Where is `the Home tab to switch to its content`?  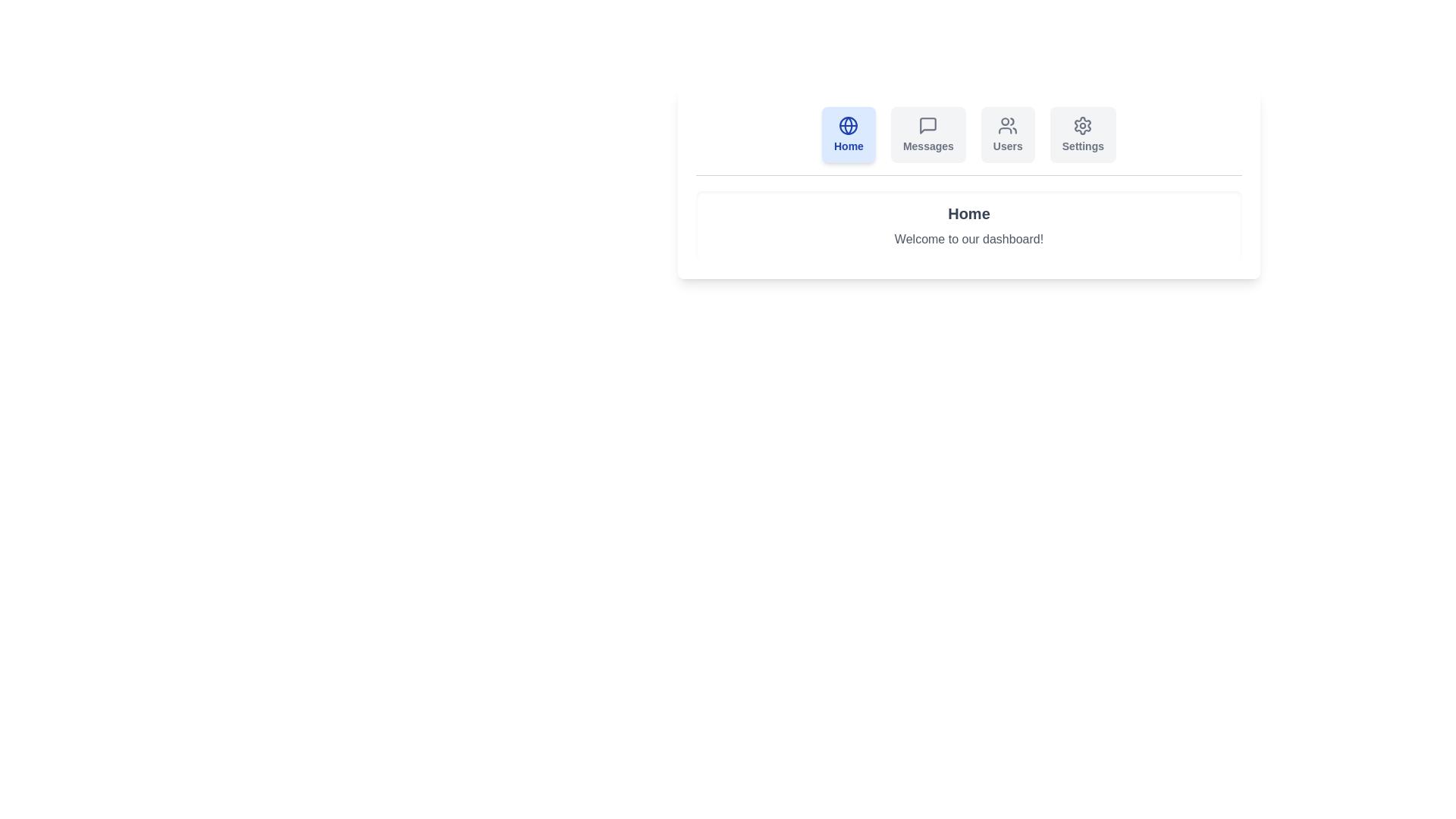 the Home tab to switch to its content is located at coordinates (847, 133).